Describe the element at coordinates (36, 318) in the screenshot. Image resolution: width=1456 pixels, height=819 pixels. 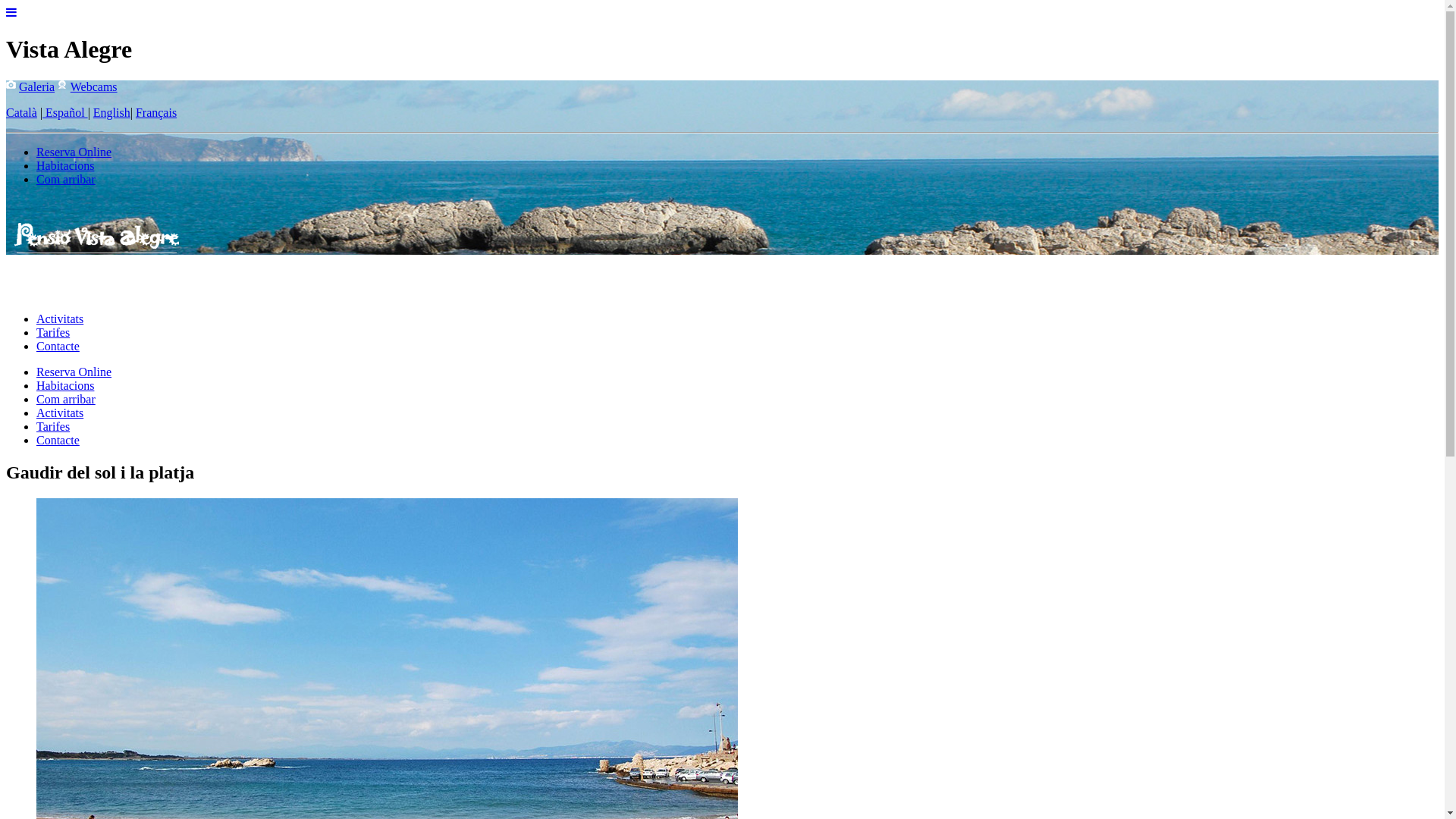
I see `'Activitats'` at that location.